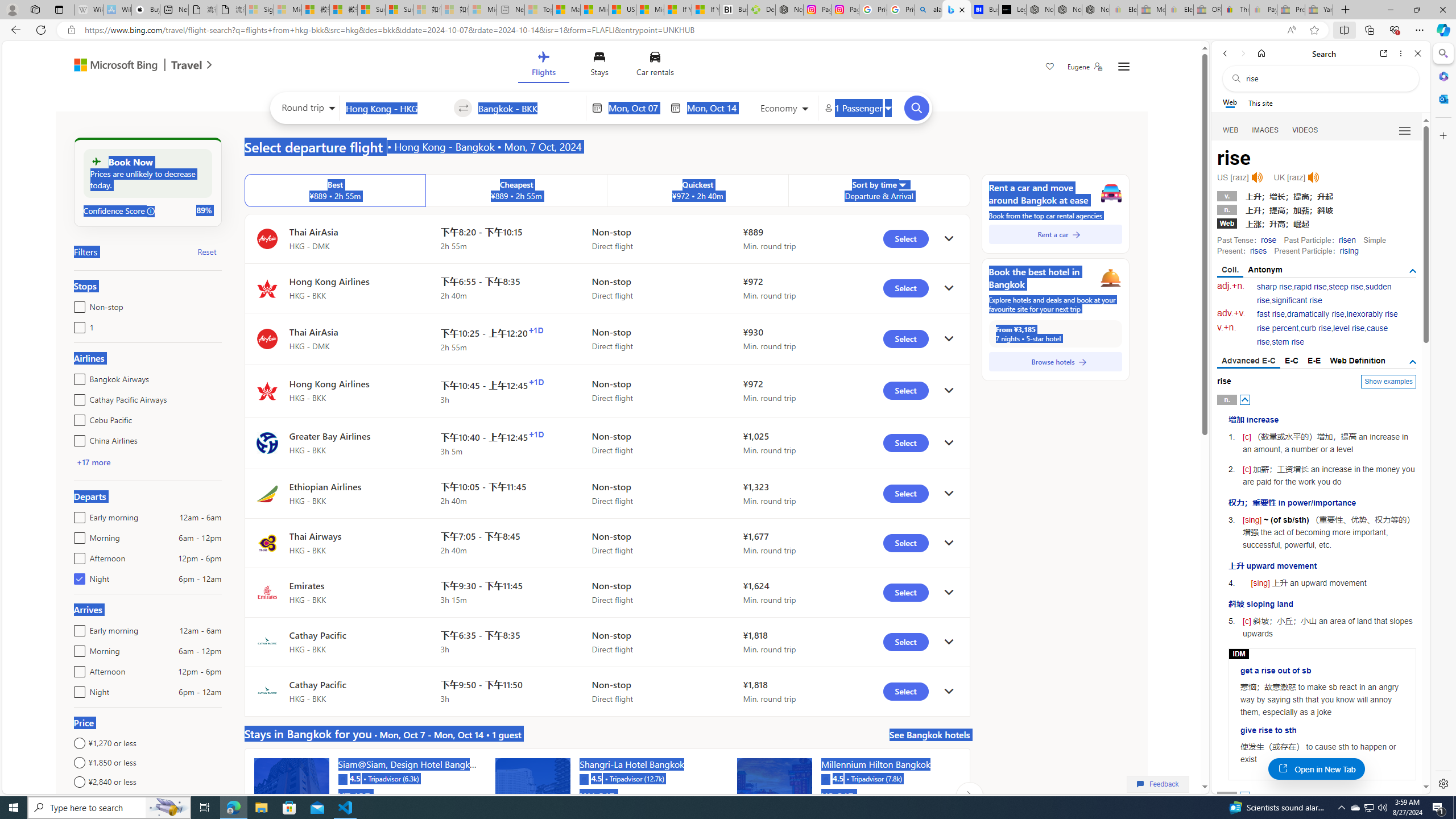  I want to click on 'Threats and offensive language policy | eBay', so click(1235, 9).